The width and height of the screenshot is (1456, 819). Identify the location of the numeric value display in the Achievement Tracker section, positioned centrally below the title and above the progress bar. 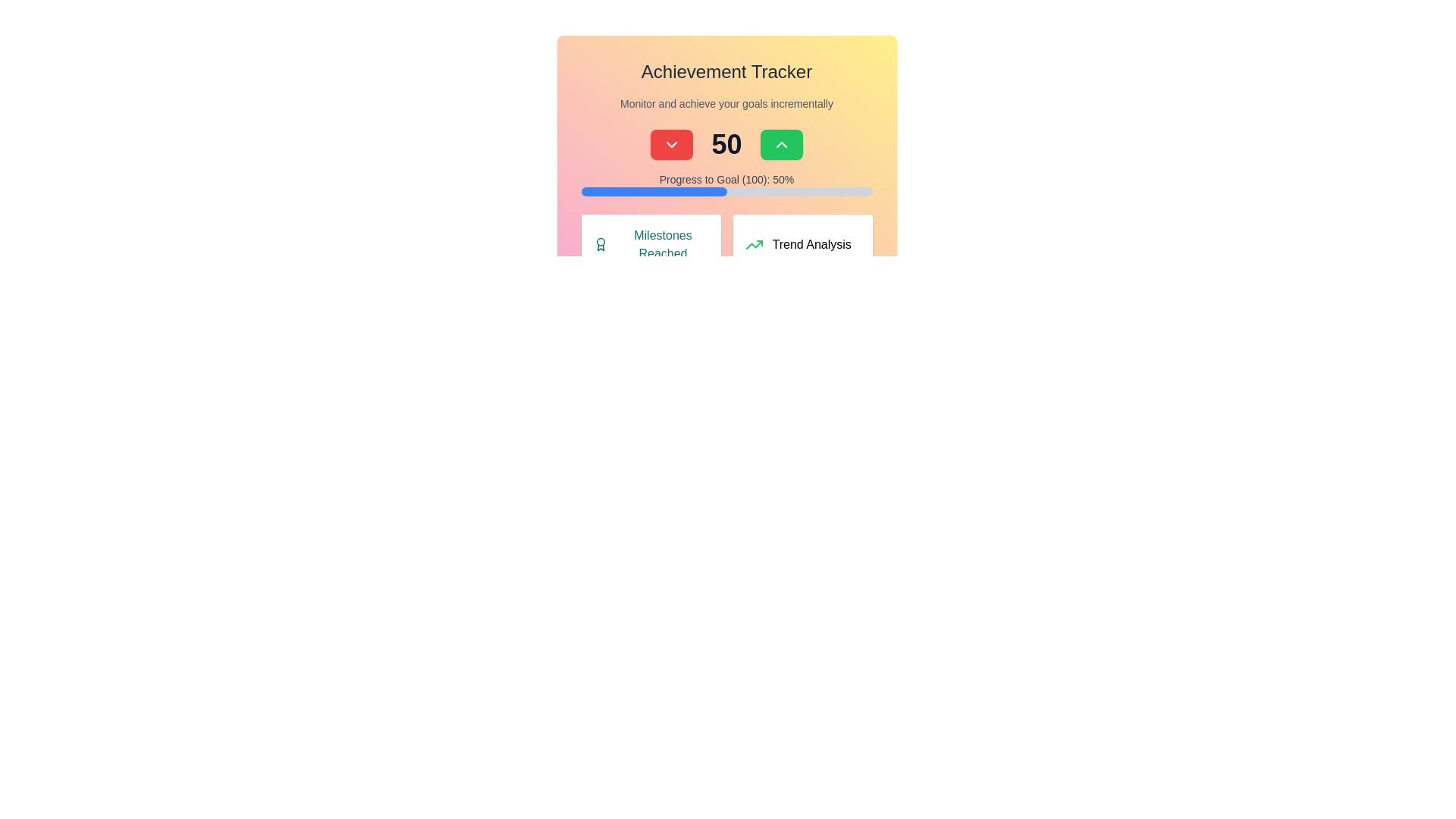
(726, 145).